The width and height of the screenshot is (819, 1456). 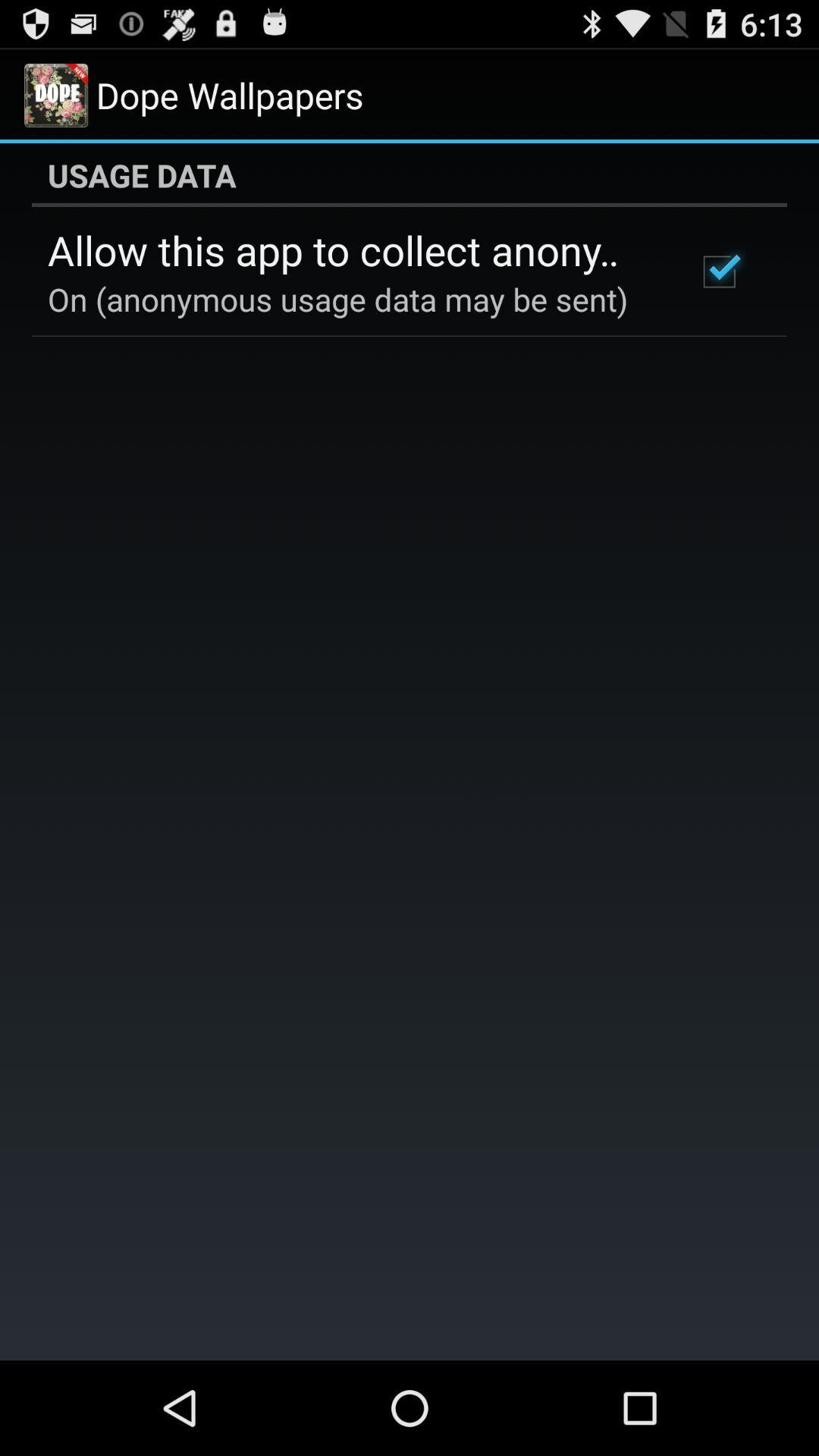 I want to click on icon below the usage data app, so click(x=718, y=271).